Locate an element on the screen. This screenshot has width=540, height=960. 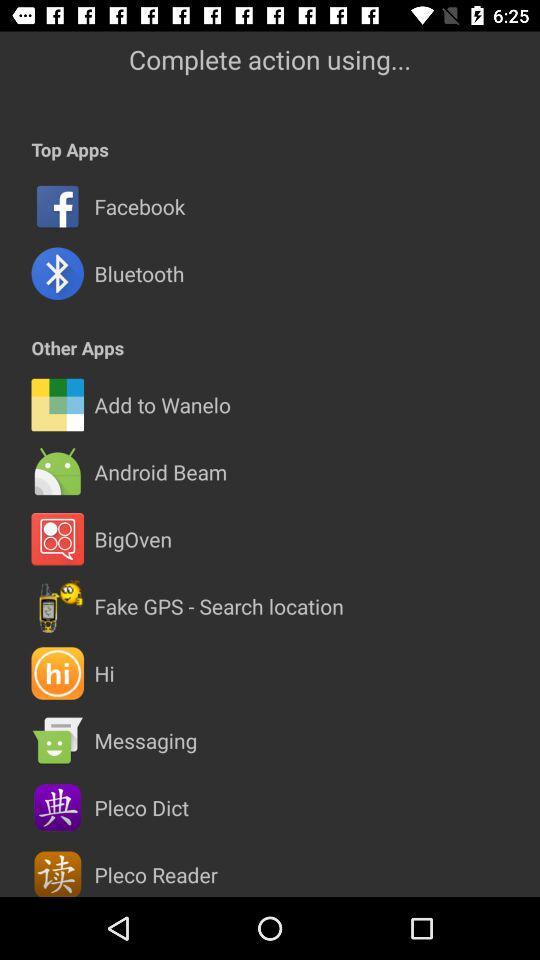
bigoven item is located at coordinates (133, 538).